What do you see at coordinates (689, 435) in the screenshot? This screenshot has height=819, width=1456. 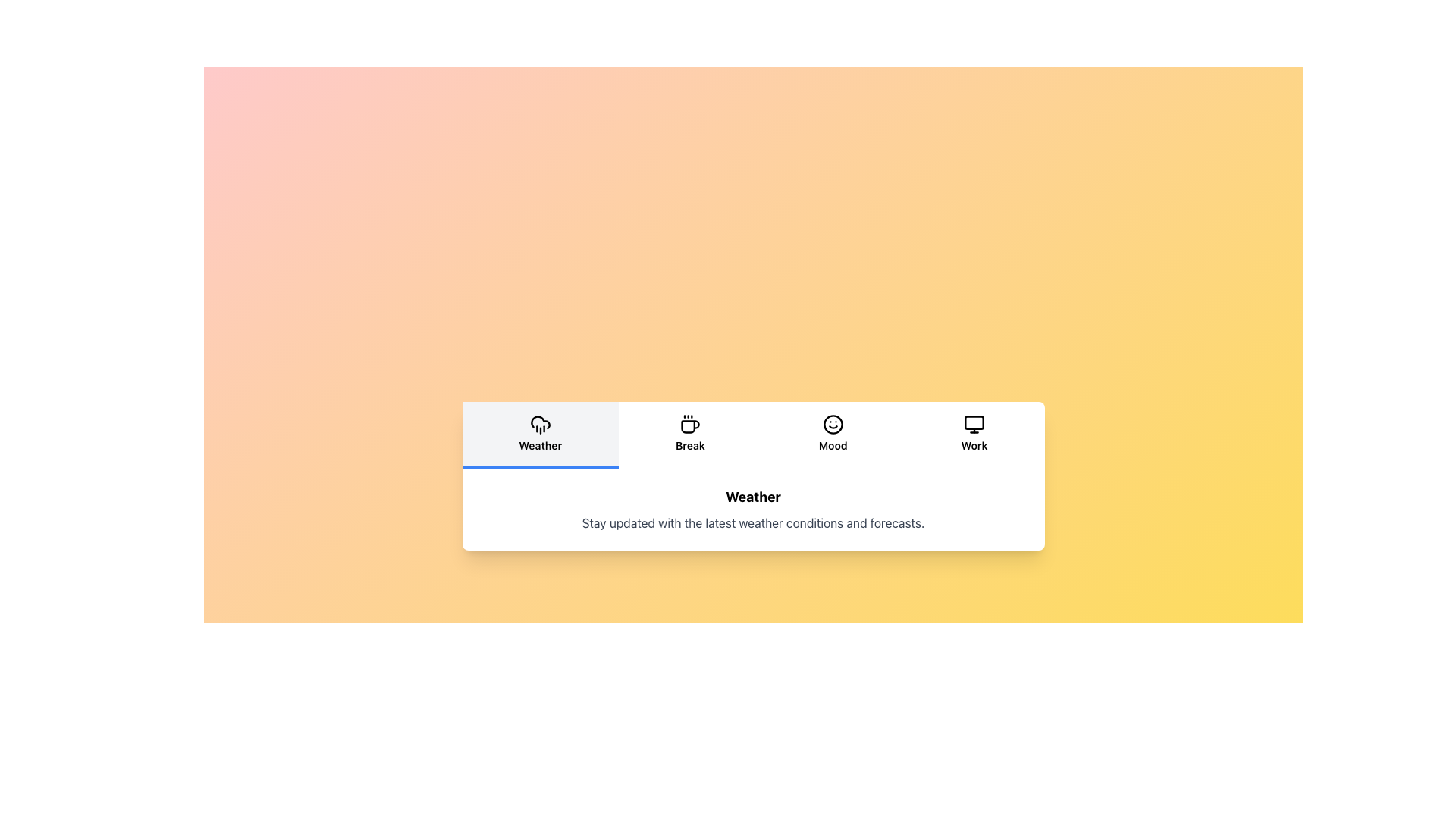 I see `the coffee cup icon button labeled 'Break'` at bounding box center [689, 435].